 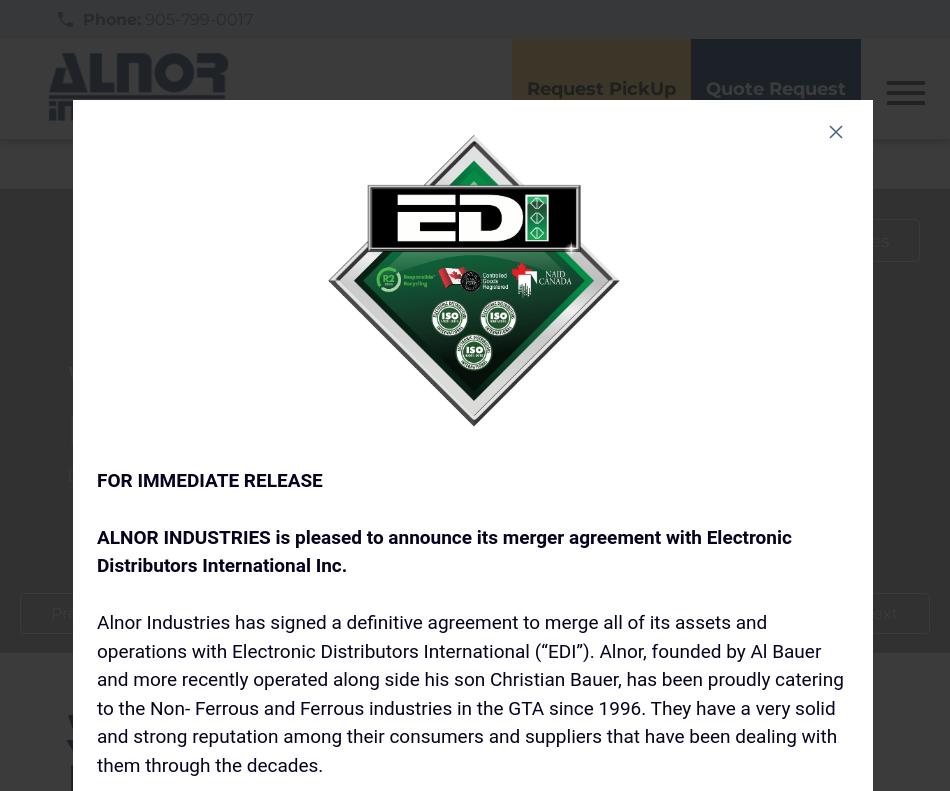 What do you see at coordinates (68, 612) in the screenshot?
I see `'Prev'` at bounding box center [68, 612].